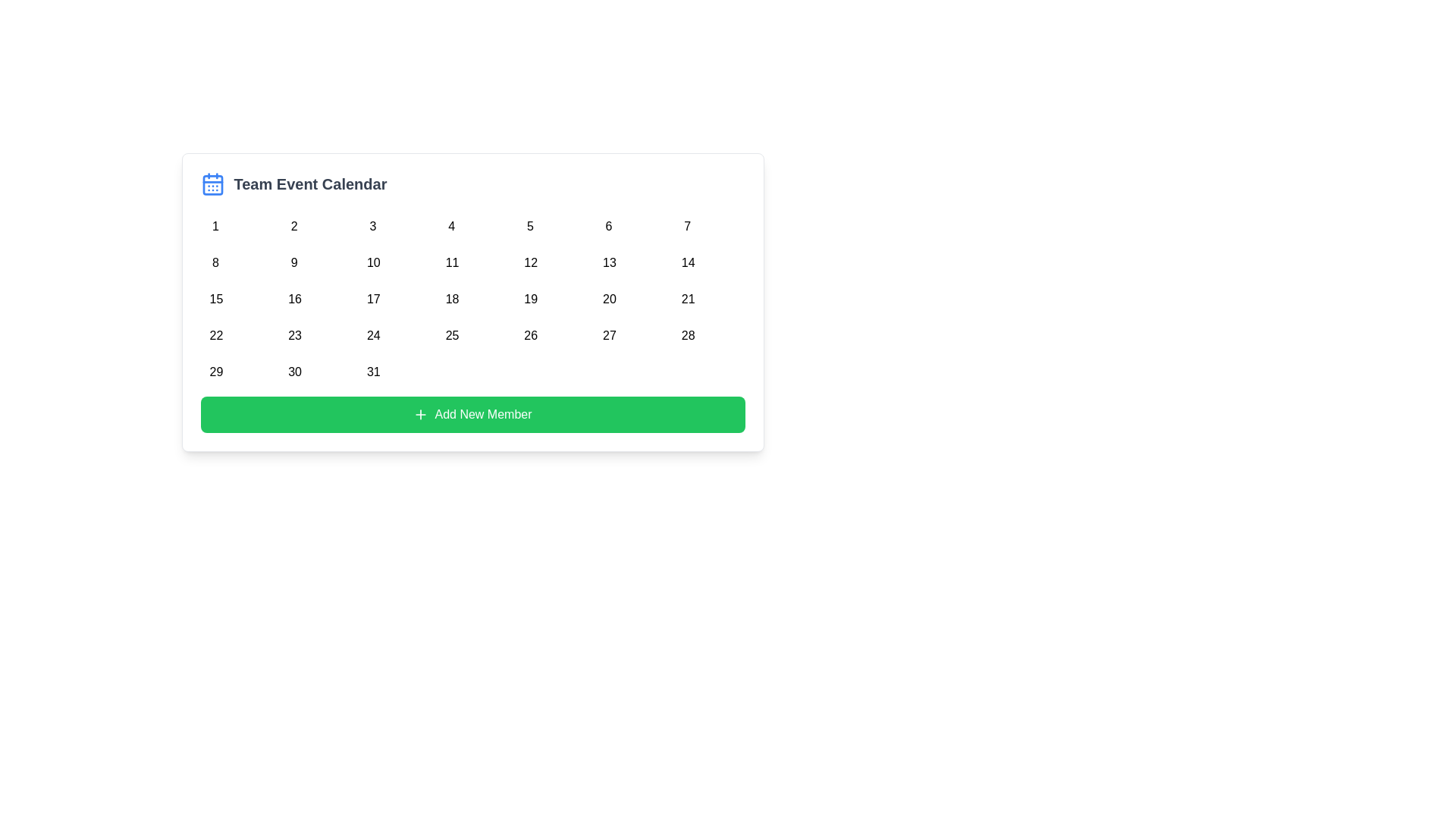  I want to click on the Button displaying '23' in black font, located in the second position of the fourth row of the calendar grid, so click(294, 332).